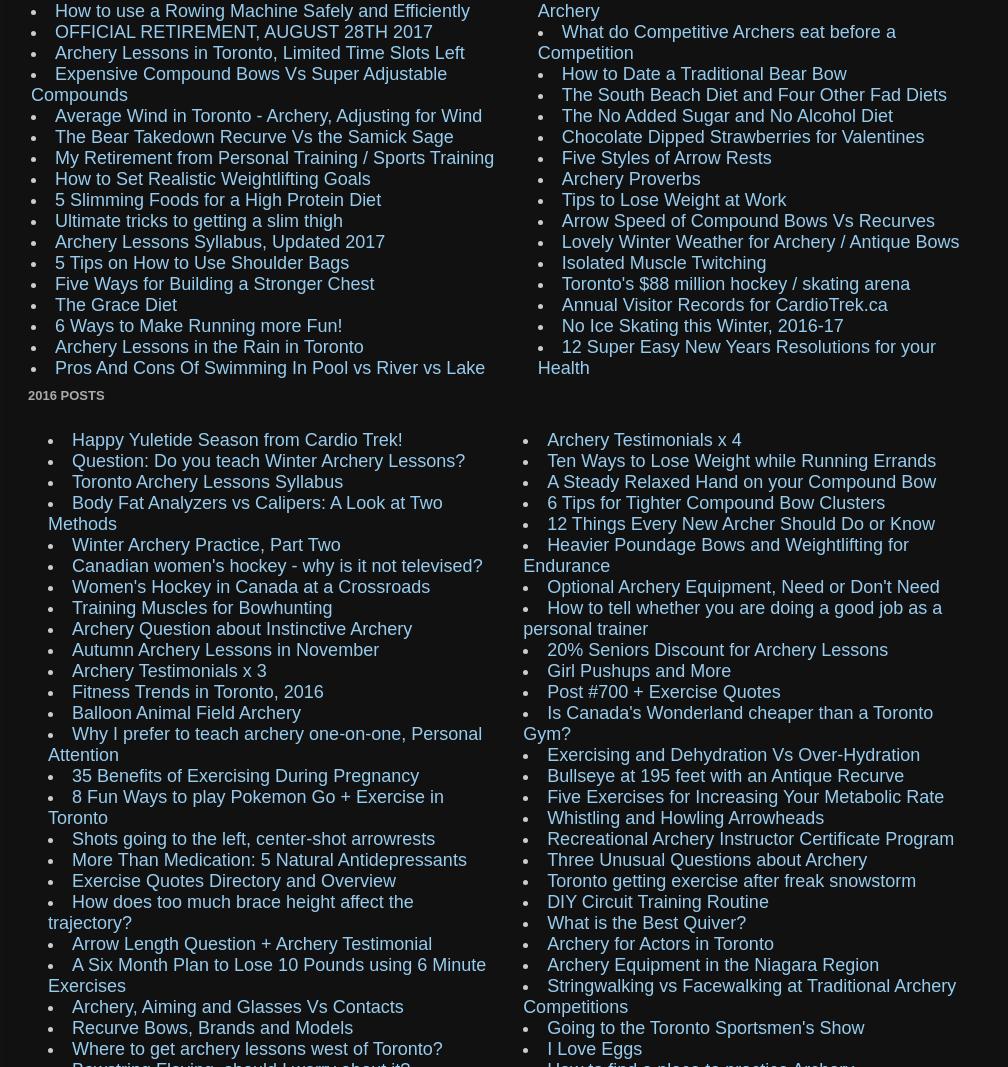  I want to click on 'Question: Do you teach Winter Archery Lessons?', so click(71, 458).